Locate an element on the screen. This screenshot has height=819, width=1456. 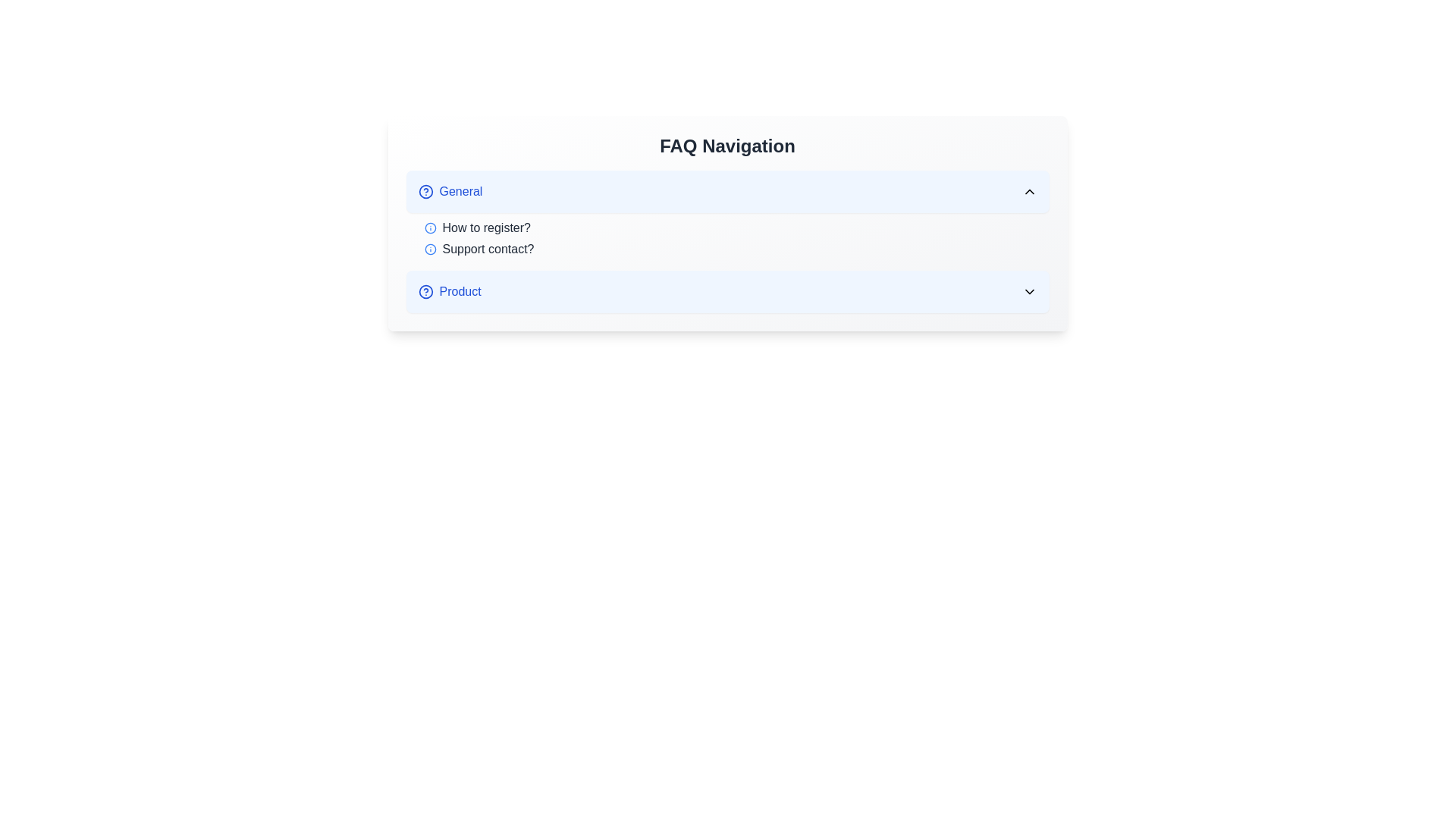
the informational icon located to the left of the 'Support contact?' text in the FAQ section titled 'General' is located at coordinates (429, 248).